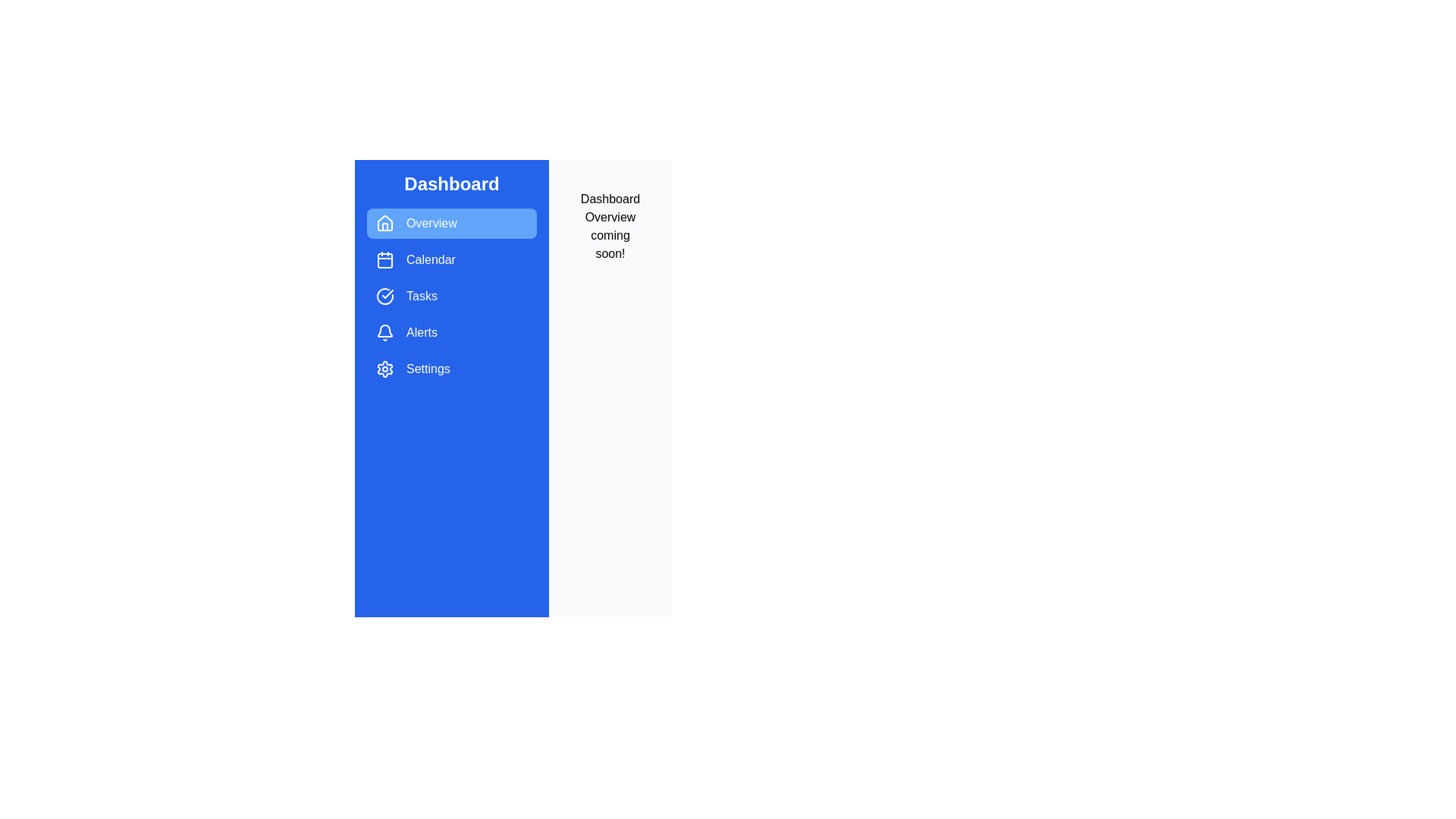 Image resolution: width=1456 pixels, height=819 pixels. Describe the element at coordinates (385, 332) in the screenshot. I see `the minimalist bell icon located in the left sidebar menu next to the 'Alerts' label` at that location.